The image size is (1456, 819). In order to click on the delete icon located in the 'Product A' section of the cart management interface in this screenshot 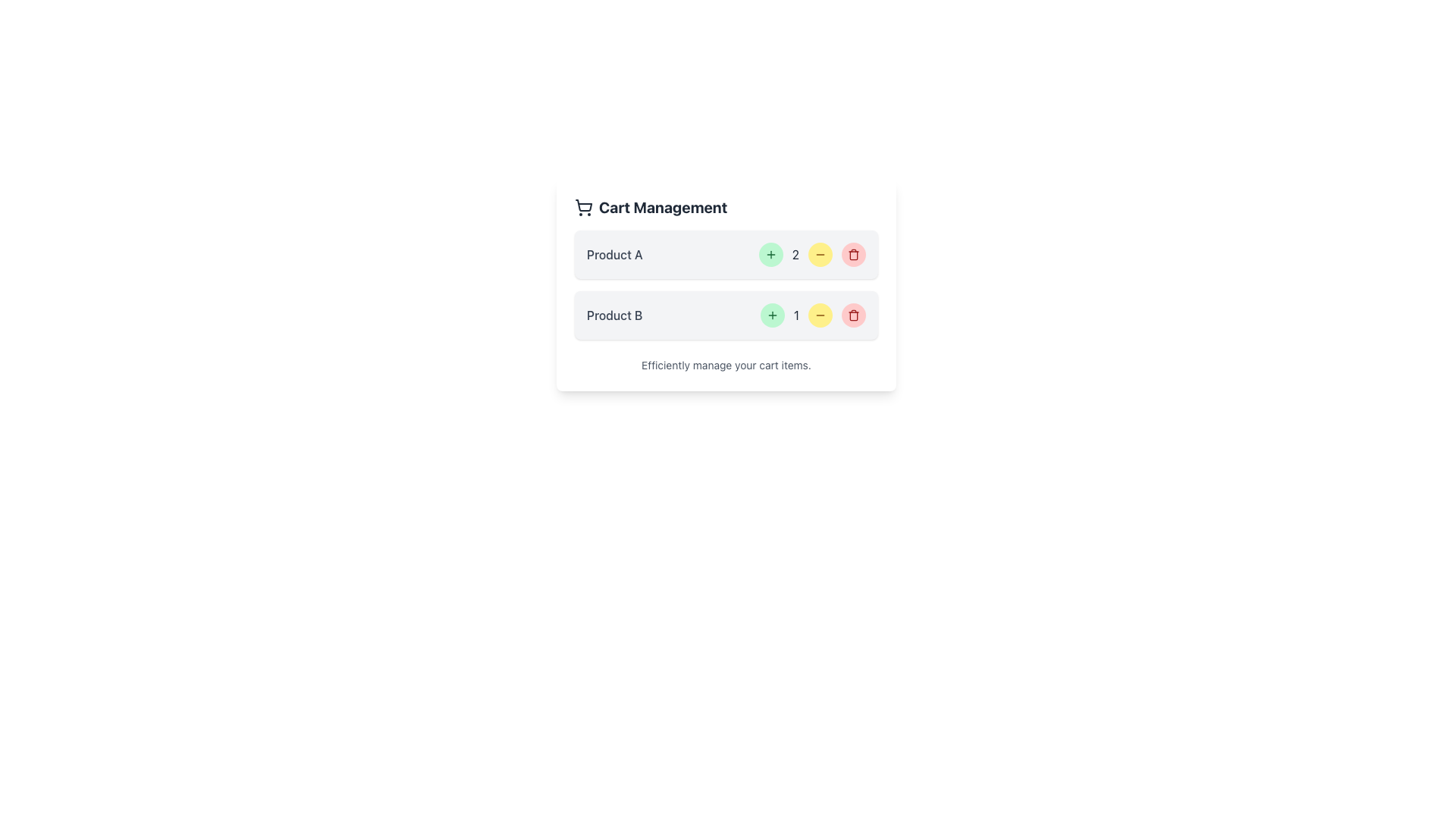, I will do `click(854, 253)`.